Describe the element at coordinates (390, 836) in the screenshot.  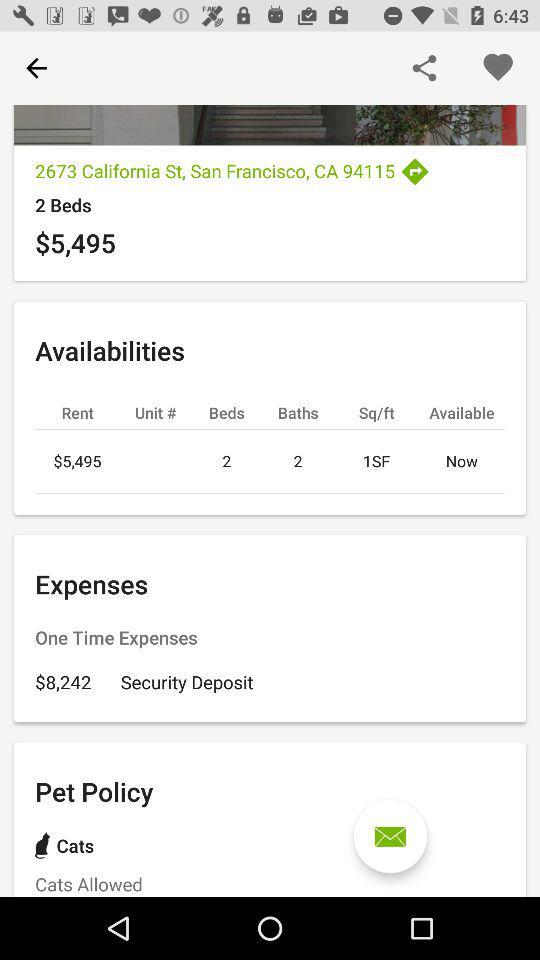
I see `un buen alquiler que te parece` at that location.